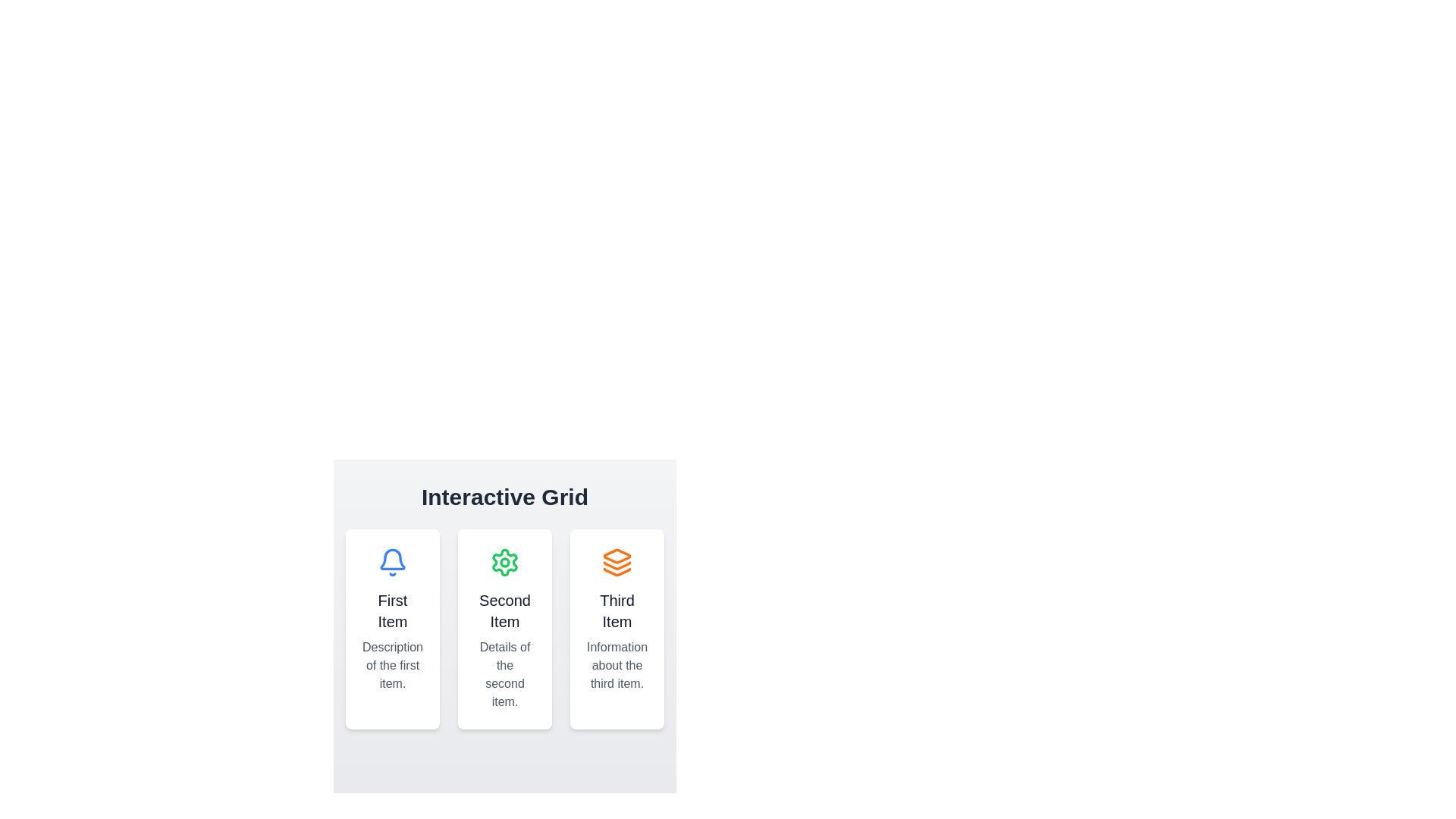 This screenshot has height=819, width=1456. What do you see at coordinates (505, 617) in the screenshot?
I see `the Informational card titled 'Second Item', which features a bright green gear icon and descriptive text, positioned centrally in the three-card grid layout` at bounding box center [505, 617].